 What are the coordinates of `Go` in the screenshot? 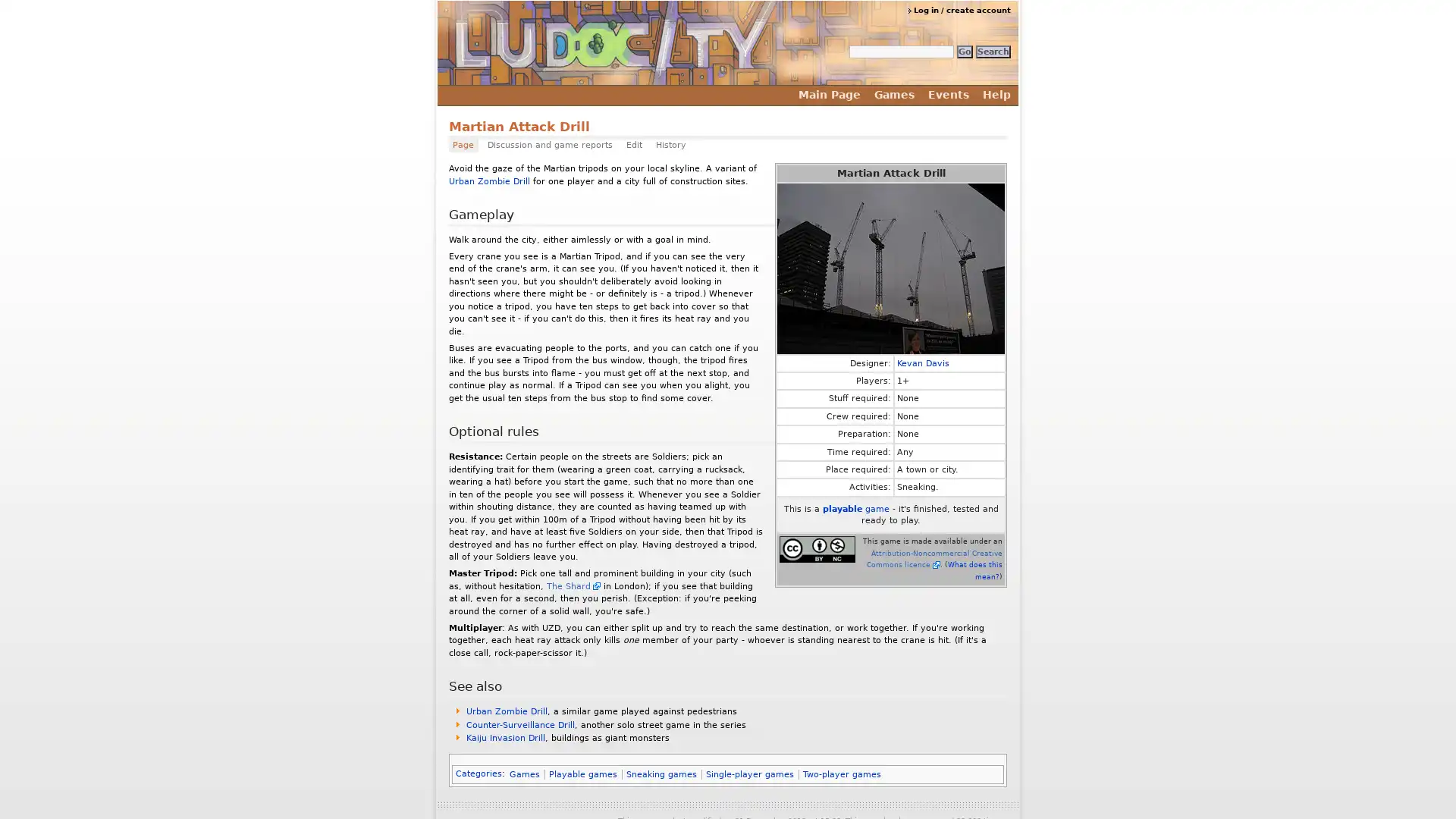 It's located at (964, 51).